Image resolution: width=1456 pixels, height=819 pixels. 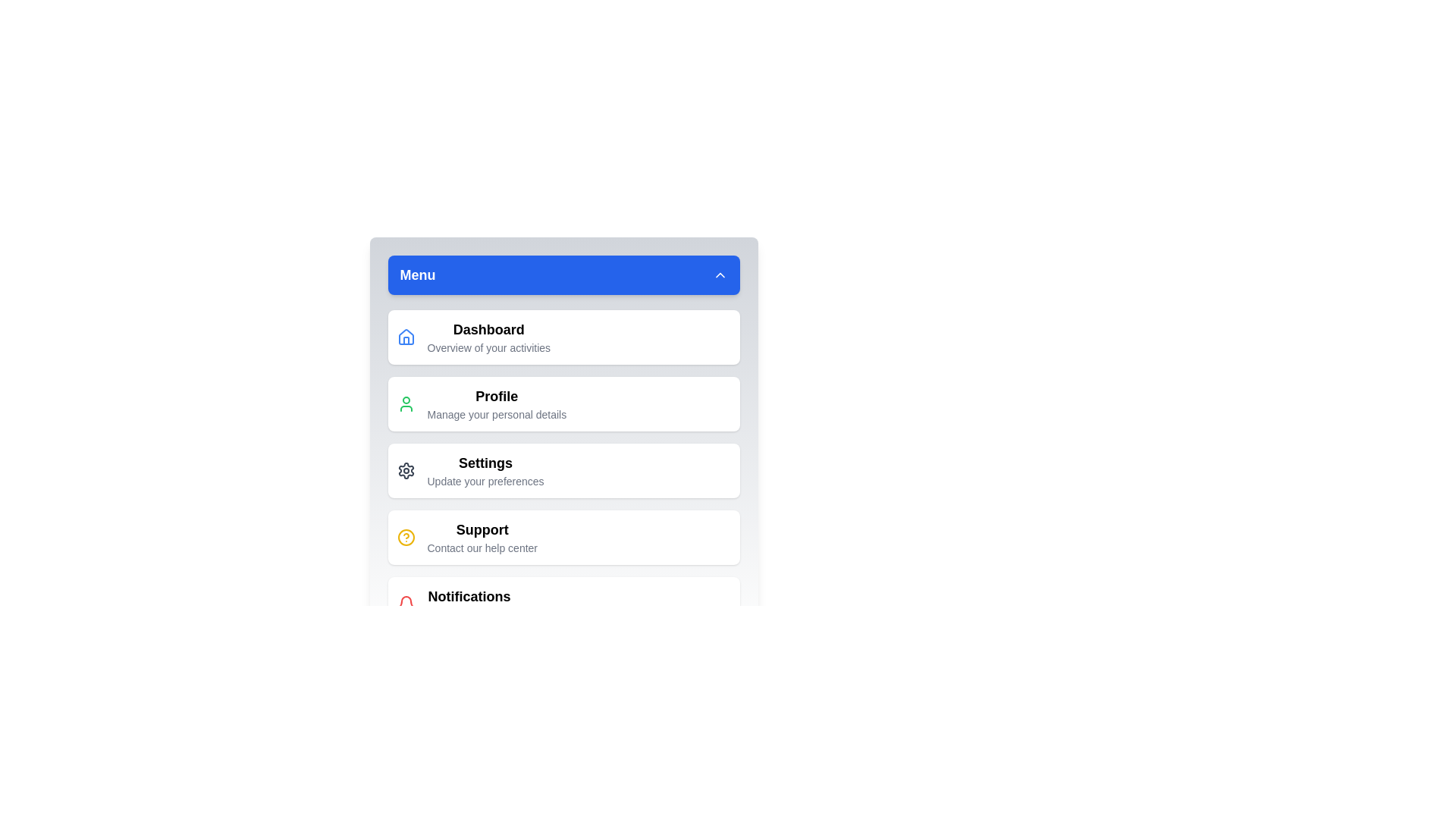 What do you see at coordinates (485, 482) in the screenshot?
I see `the text label 'Update your preferences', which is styled in small gray text and located under the 'Settings' headline in the settings menu interface` at bounding box center [485, 482].